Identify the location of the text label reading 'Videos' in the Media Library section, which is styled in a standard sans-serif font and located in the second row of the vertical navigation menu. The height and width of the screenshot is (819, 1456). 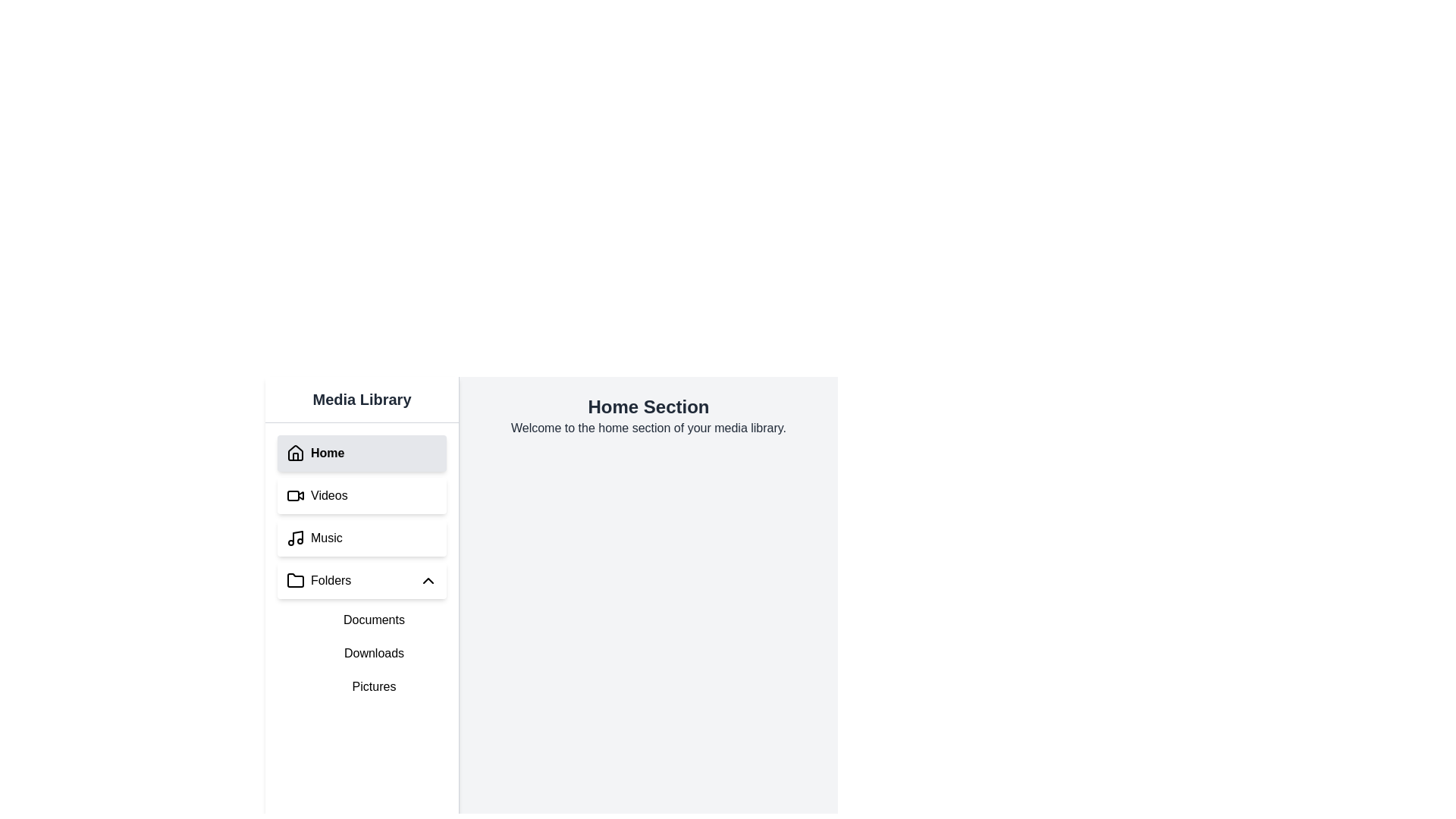
(328, 496).